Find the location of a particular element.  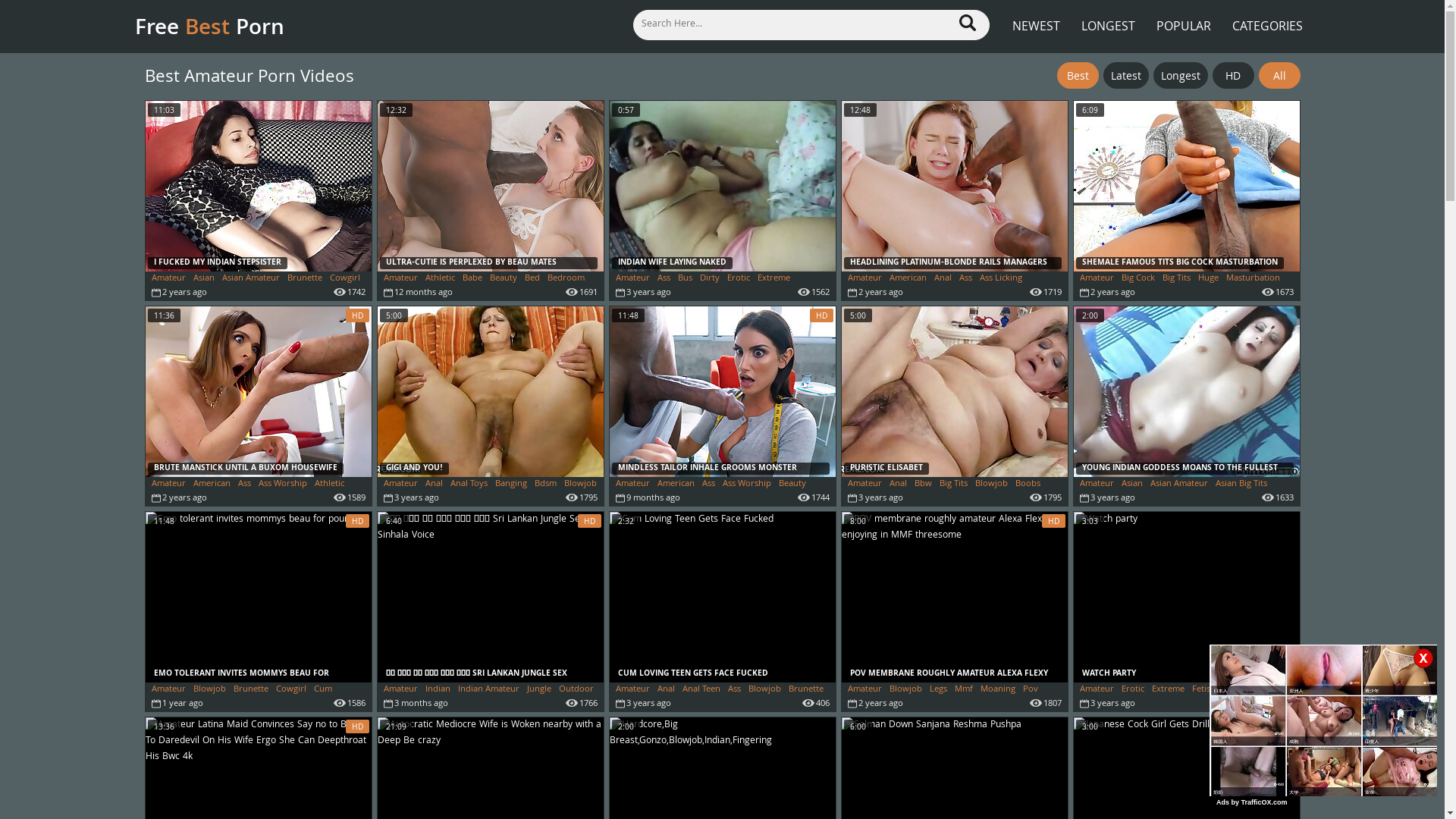

'Ass Licking' is located at coordinates (1001, 278).